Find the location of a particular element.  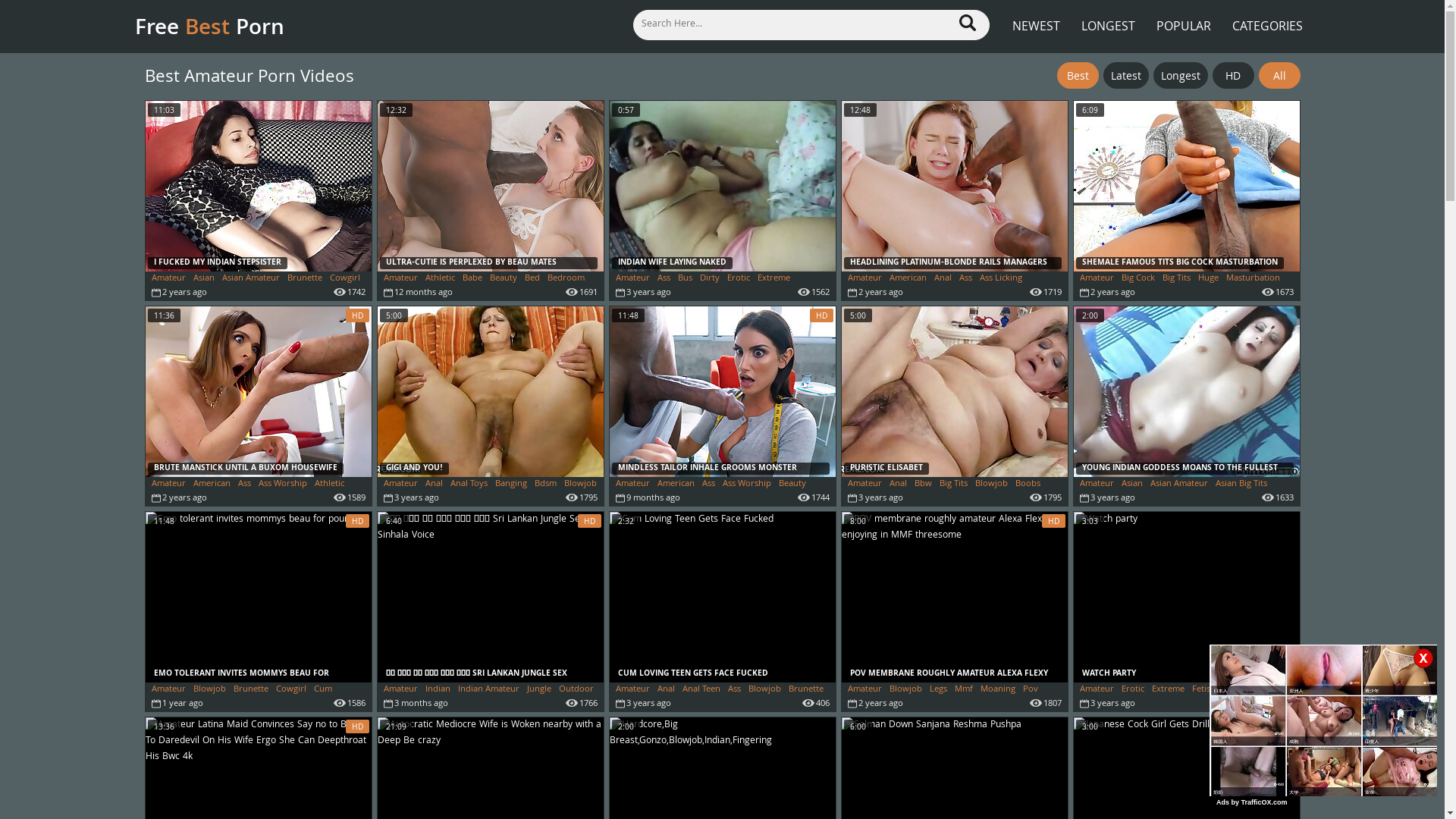

'Ass Licking' is located at coordinates (1001, 278).